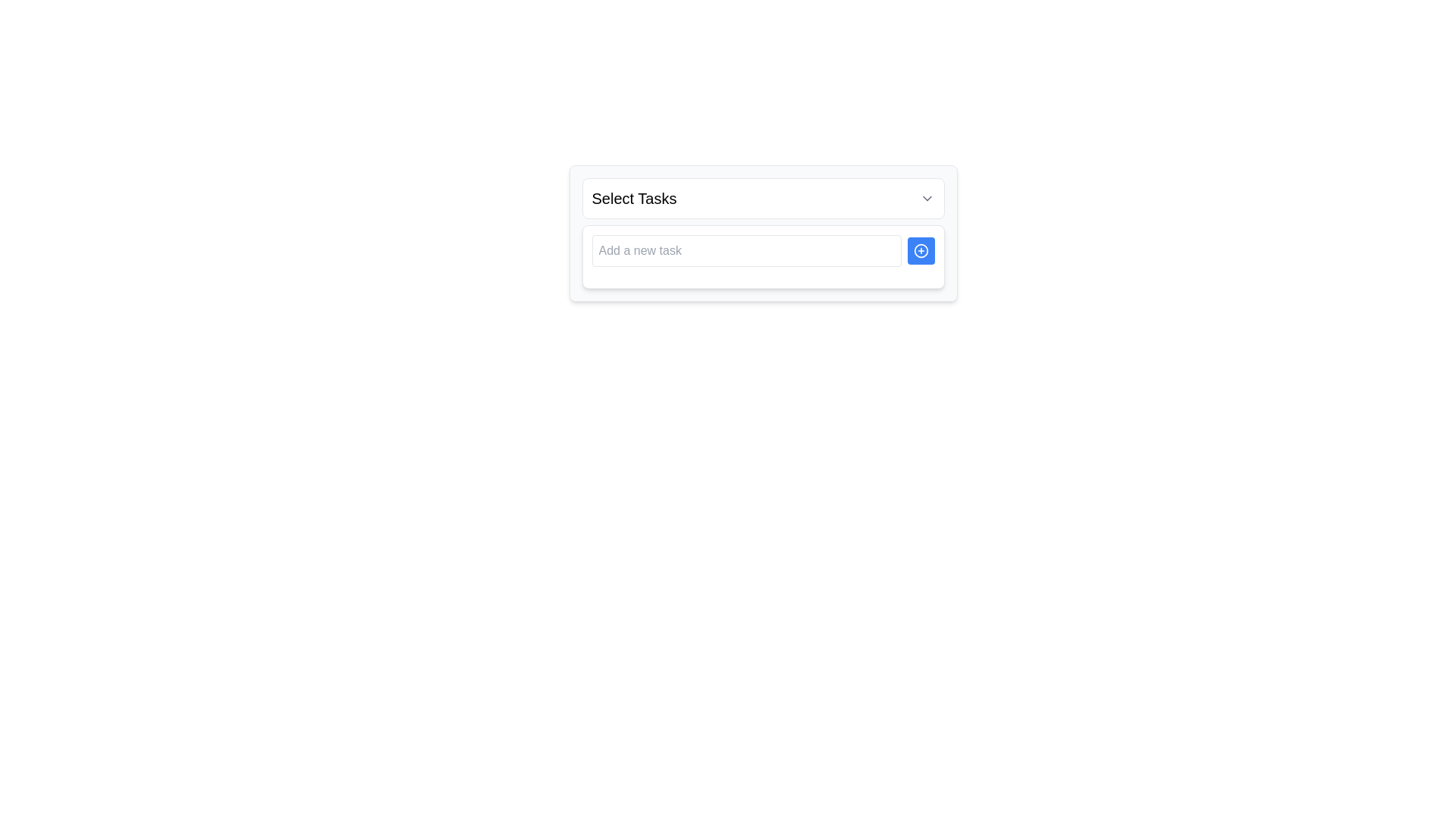  I want to click on the blue circular button with a white plus symbol inside, so click(920, 250).